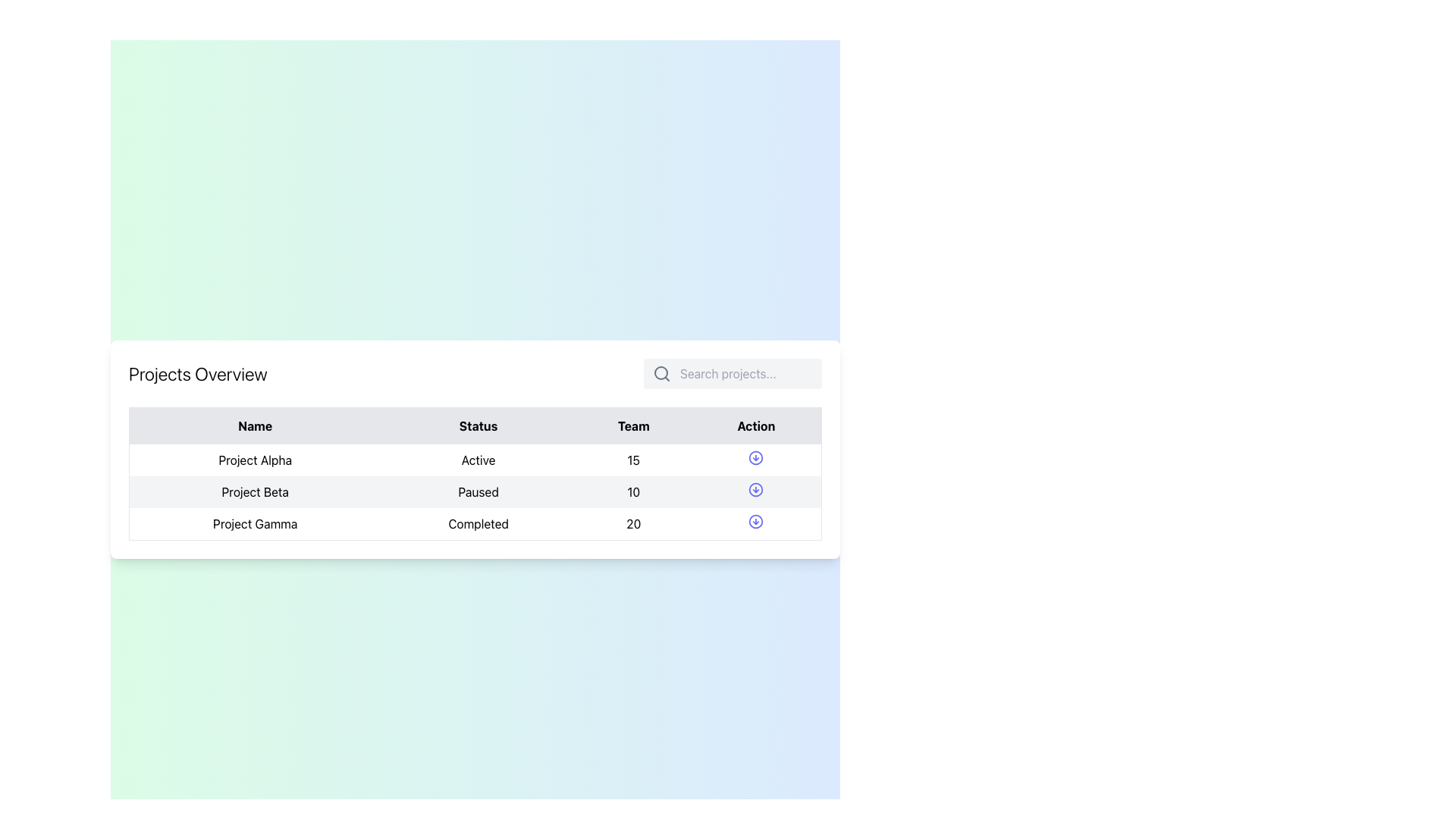 This screenshot has width=1456, height=819. Describe the element at coordinates (633, 459) in the screenshot. I see `the Text Label displaying the number '15' in black font located in the 'Team' column of the first row in the table` at that location.